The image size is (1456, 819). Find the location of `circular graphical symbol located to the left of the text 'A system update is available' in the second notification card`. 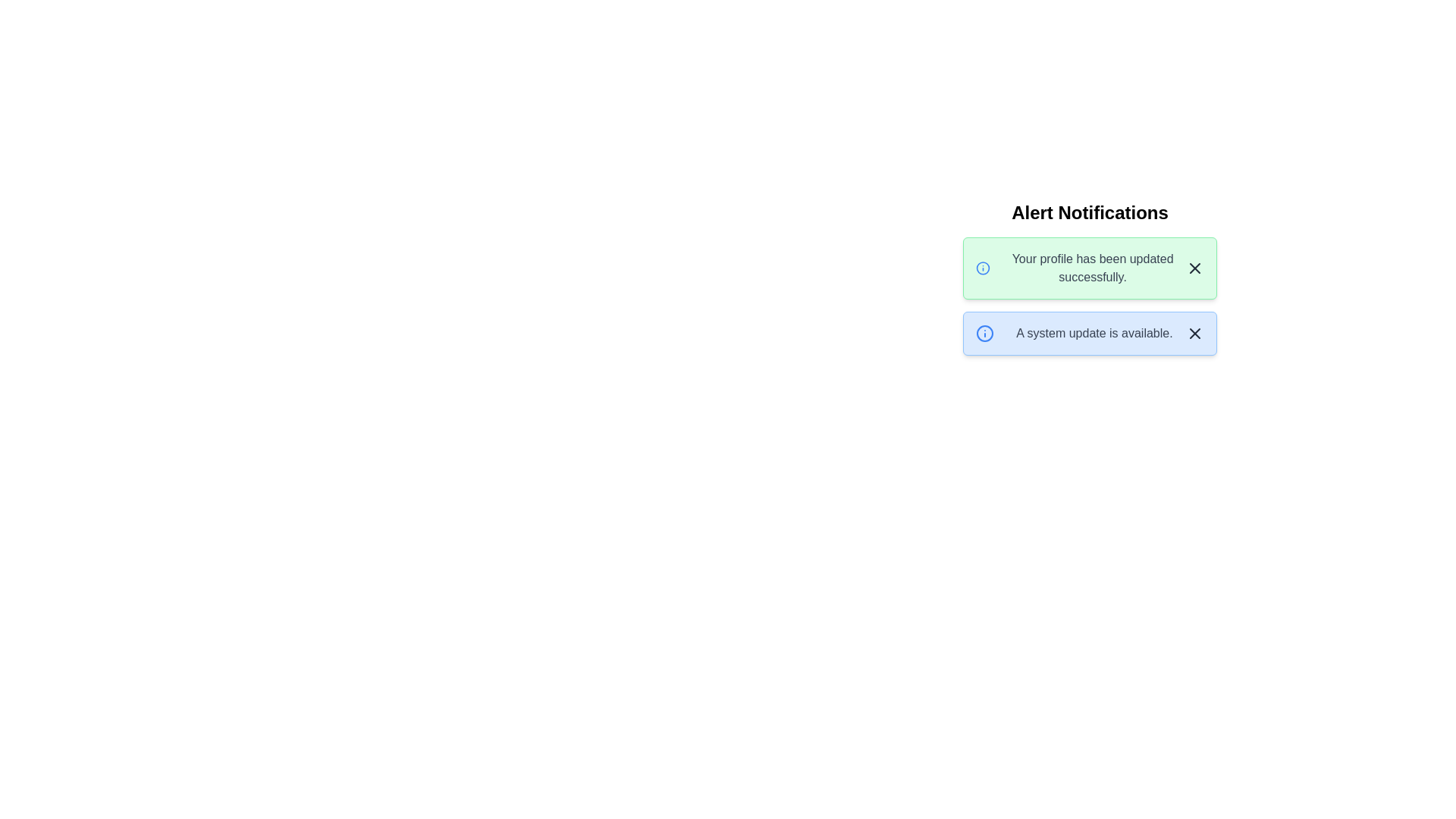

circular graphical symbol located to the left of the text 'A system update is available' in the second notification card is located at coordinates (985, 332).